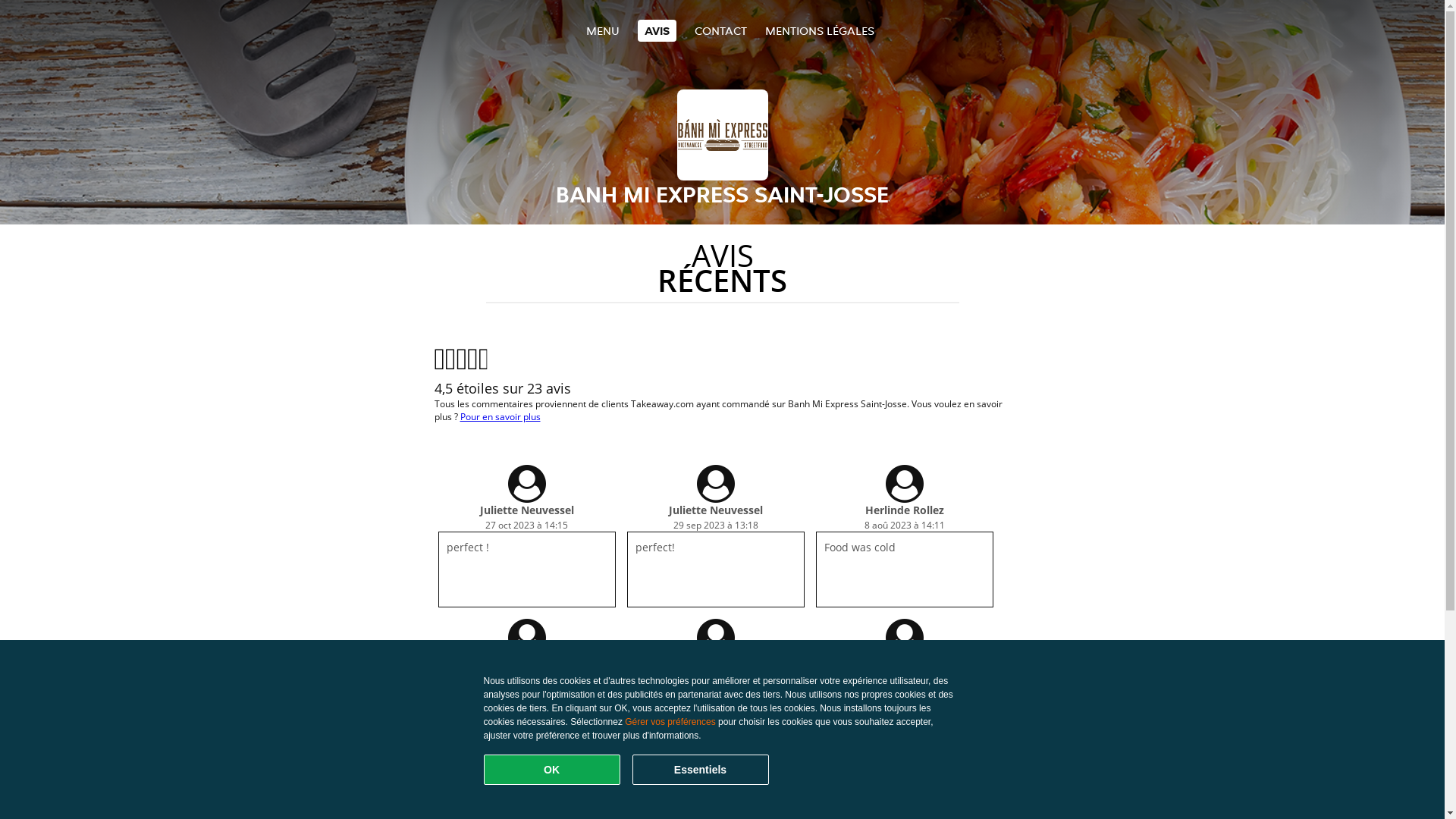  Describe the element at coordinates (656, 30) in the screenshot. I see `'AVIS'` at that location.